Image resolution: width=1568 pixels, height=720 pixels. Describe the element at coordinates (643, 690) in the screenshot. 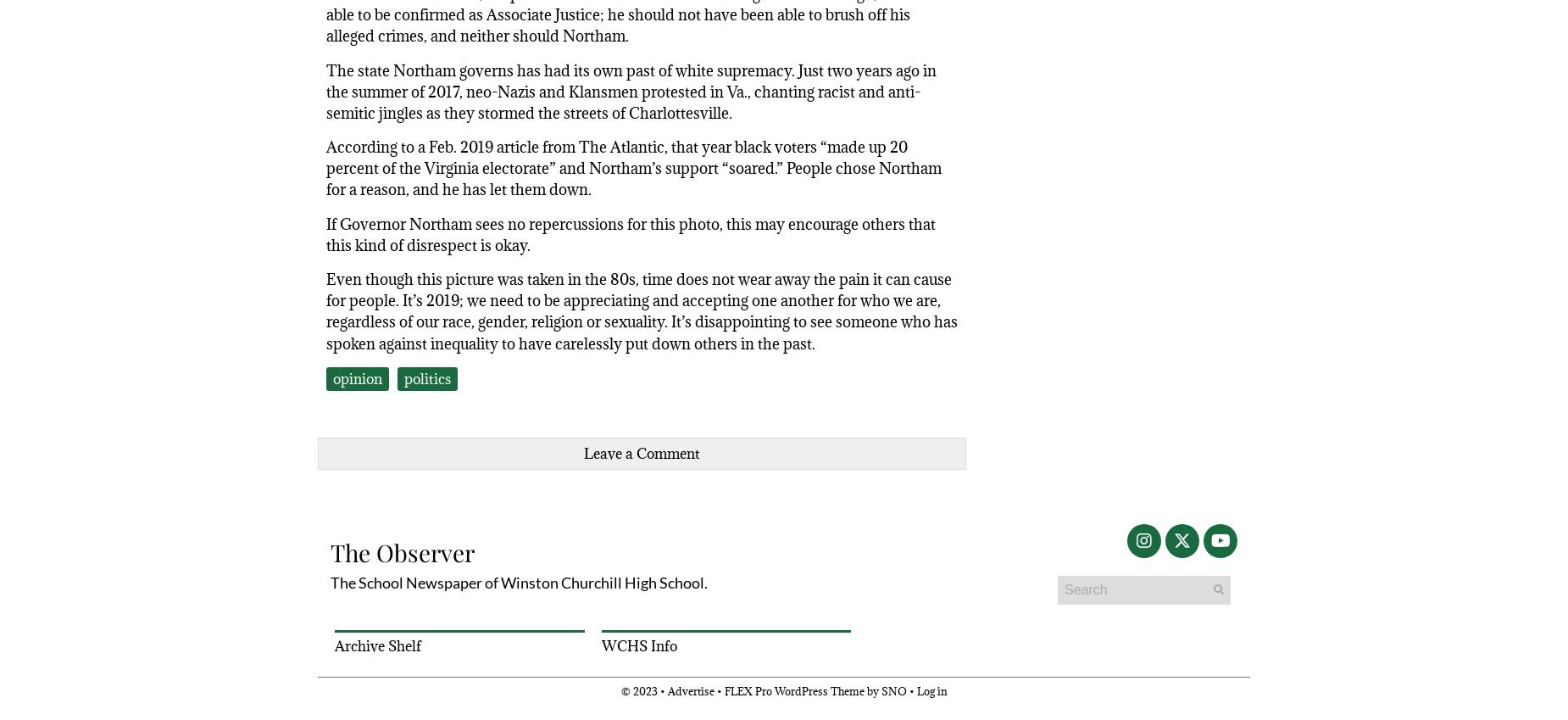

I see `'© 2023  •'` at that location.